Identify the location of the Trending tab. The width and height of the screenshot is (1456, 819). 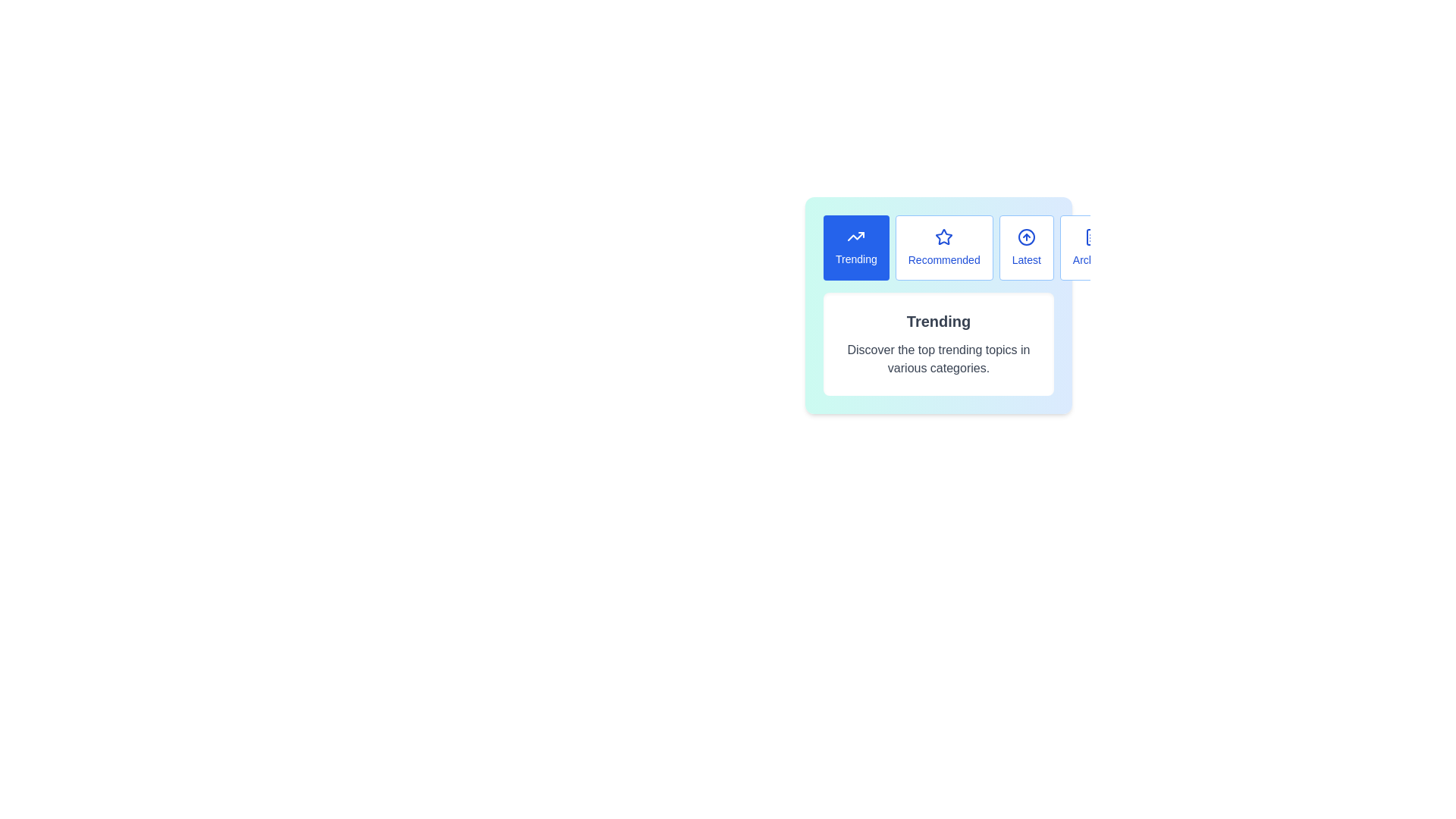
(856, 247).